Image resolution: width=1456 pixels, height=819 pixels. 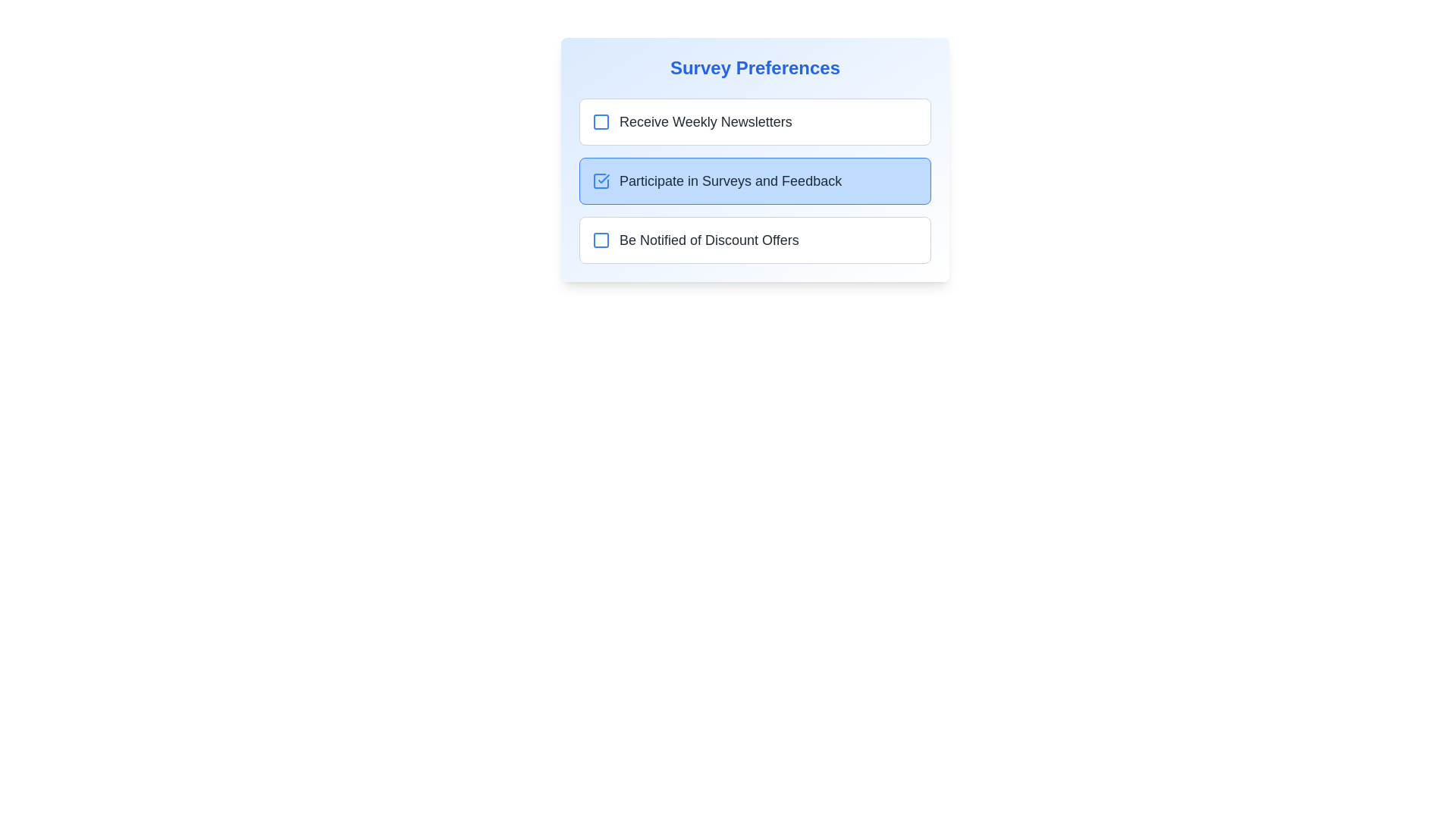 What do you see at coordinates (704, 121) in the screenshot?
I see `the text label that describes the adjacent checkbox for selecting or deselecting the preference for receiving weekly newsletters in the 'Survey Preferences' interface` at bounding box center [704, 121].